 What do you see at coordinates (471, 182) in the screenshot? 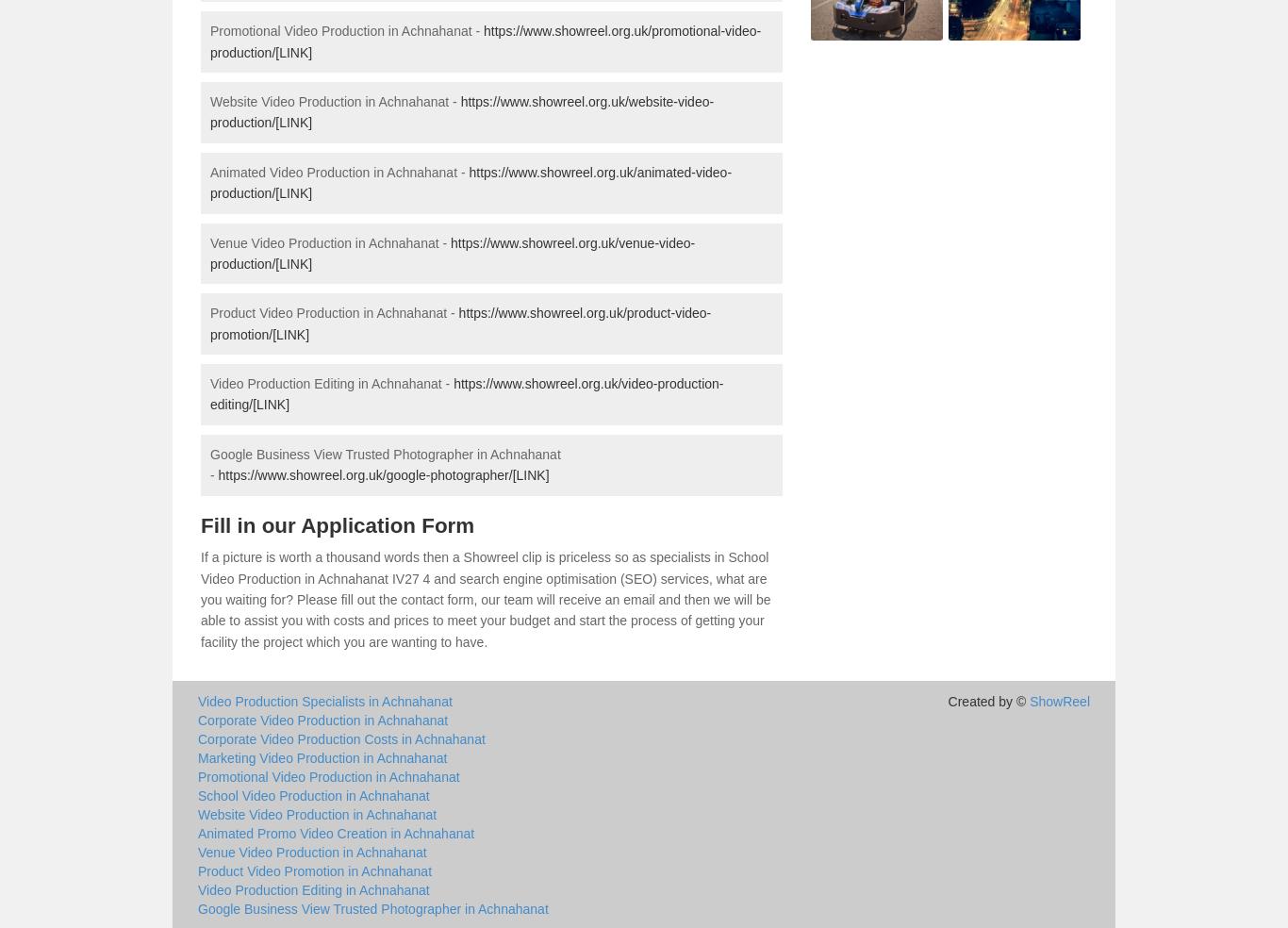
I see `'https://www.showreel.org.uk/animated-video-production/[LINK]'` at bounding box center [471, 182].